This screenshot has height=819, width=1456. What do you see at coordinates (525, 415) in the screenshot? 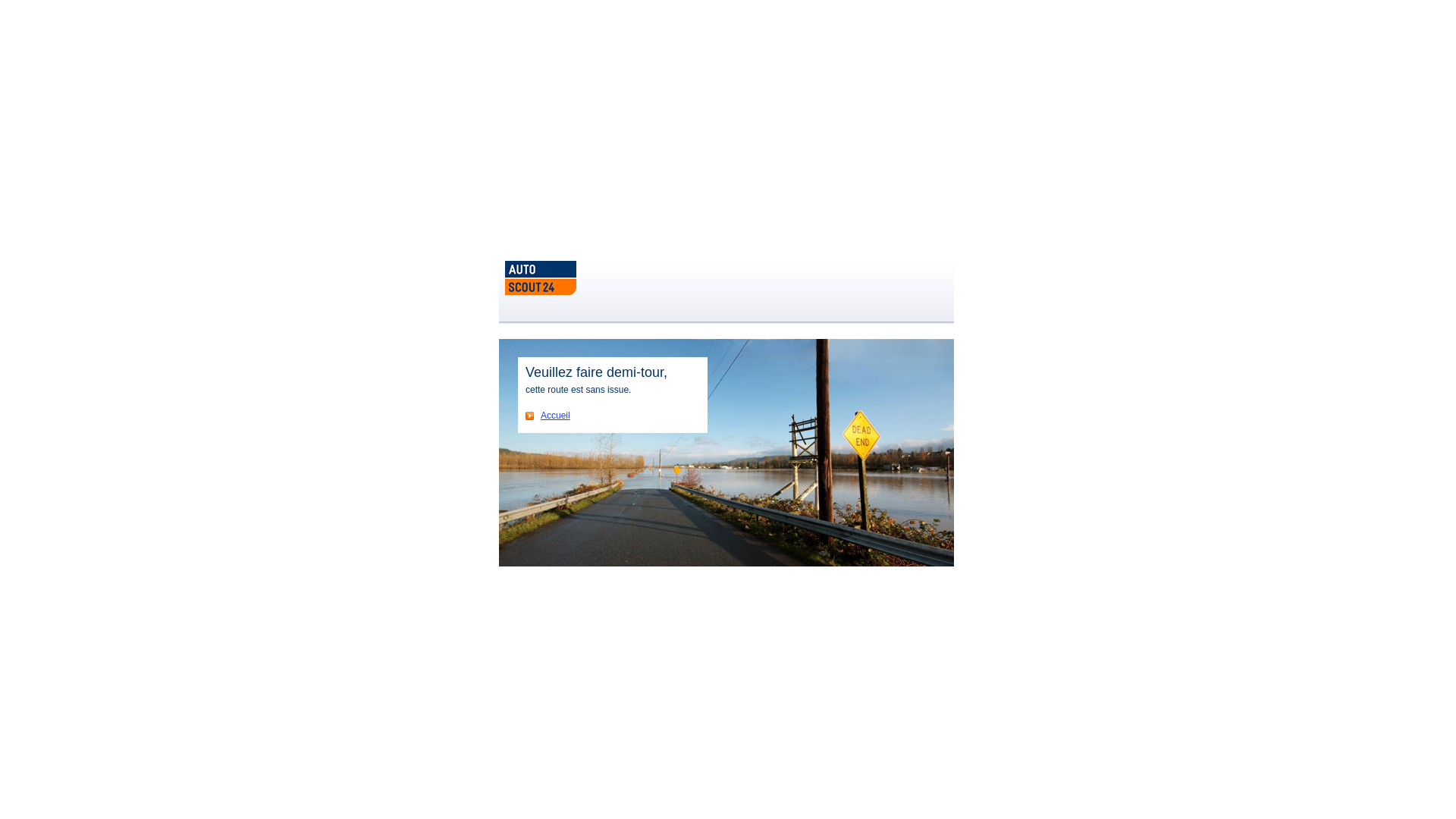
I see `'Accueil'` at bounding box center [525, 415].